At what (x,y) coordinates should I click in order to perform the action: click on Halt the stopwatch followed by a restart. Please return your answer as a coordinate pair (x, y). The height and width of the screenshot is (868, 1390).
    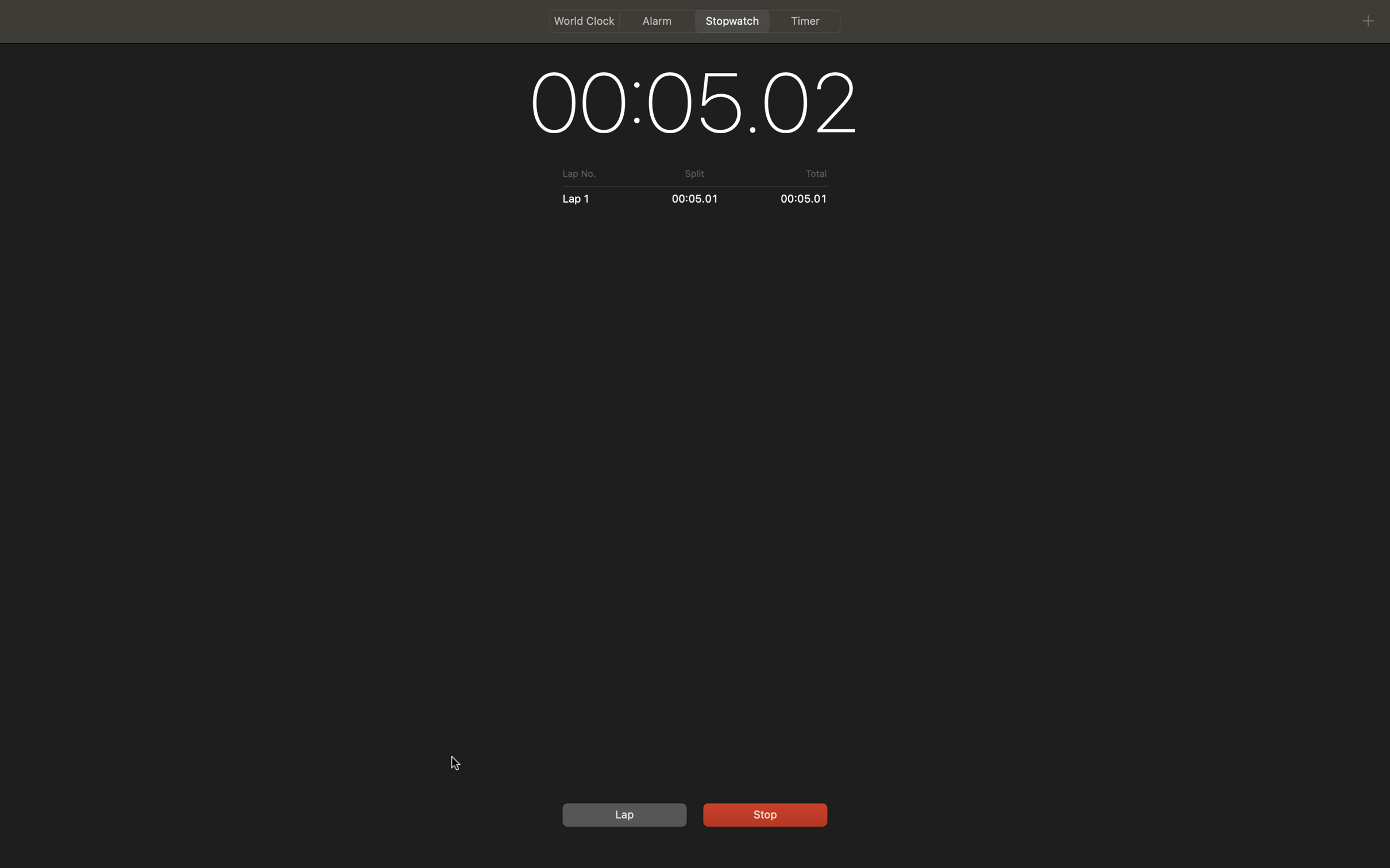
    Looking at the image, I should click on (763, 813).